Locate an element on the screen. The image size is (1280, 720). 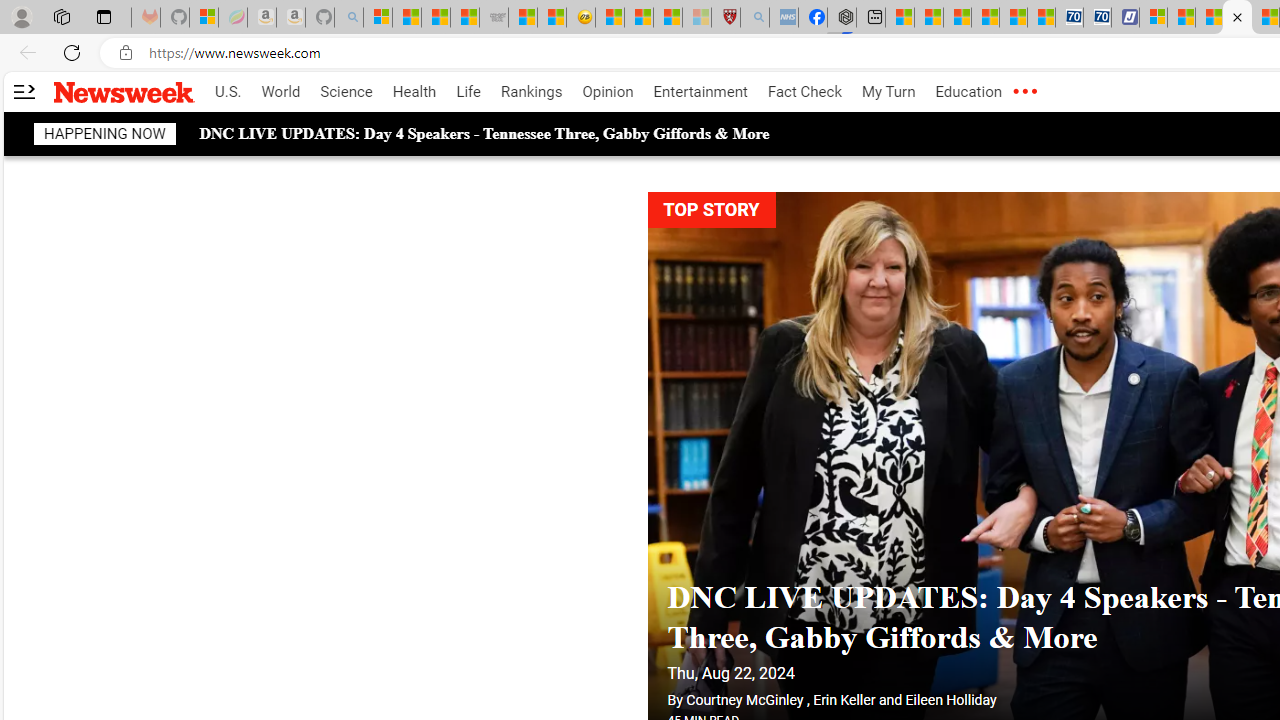
'Health' is located at coordinates (413, 92).